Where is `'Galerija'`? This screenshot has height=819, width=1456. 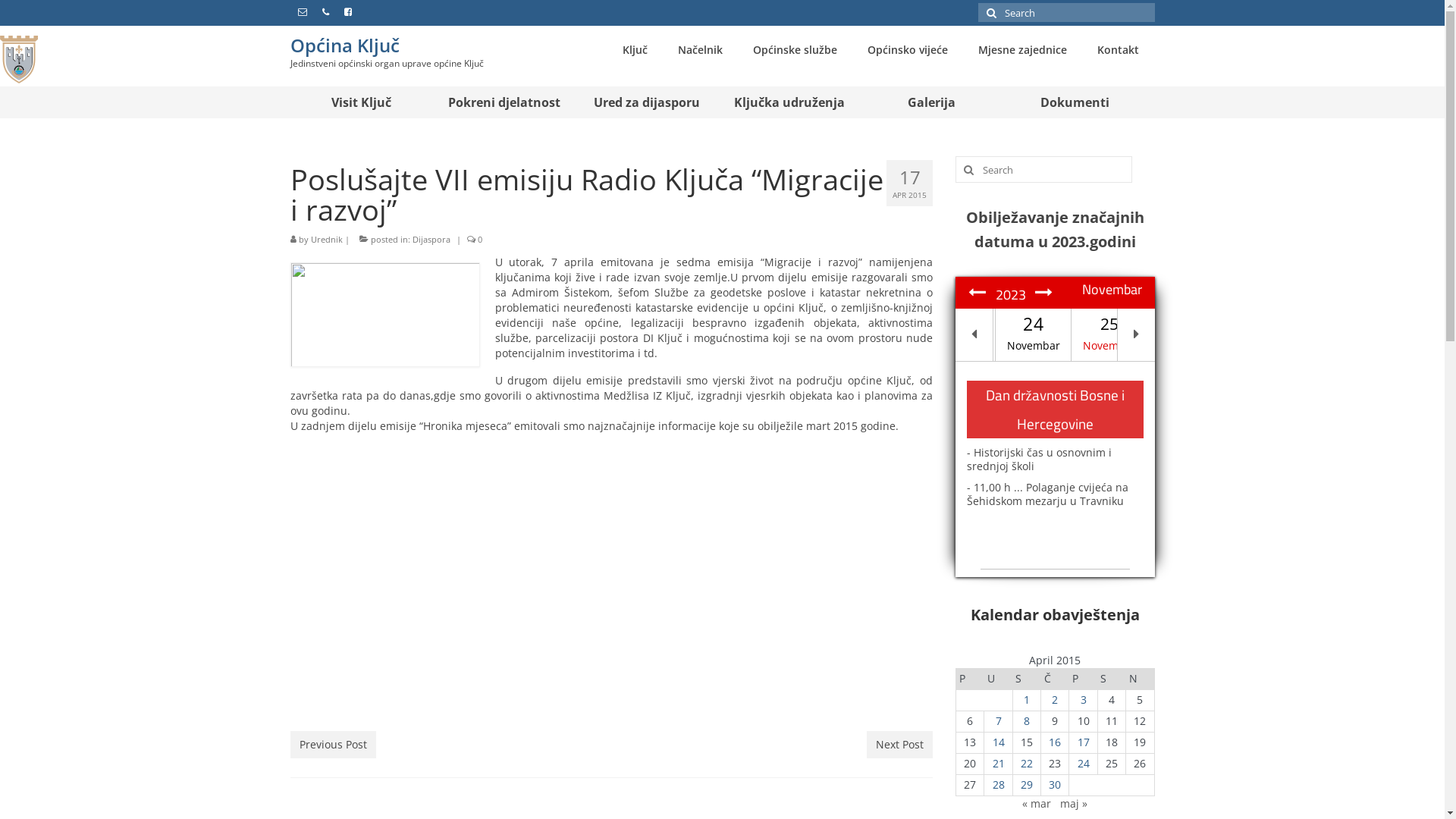
'Galerija' is located at coordinates (930, 102).